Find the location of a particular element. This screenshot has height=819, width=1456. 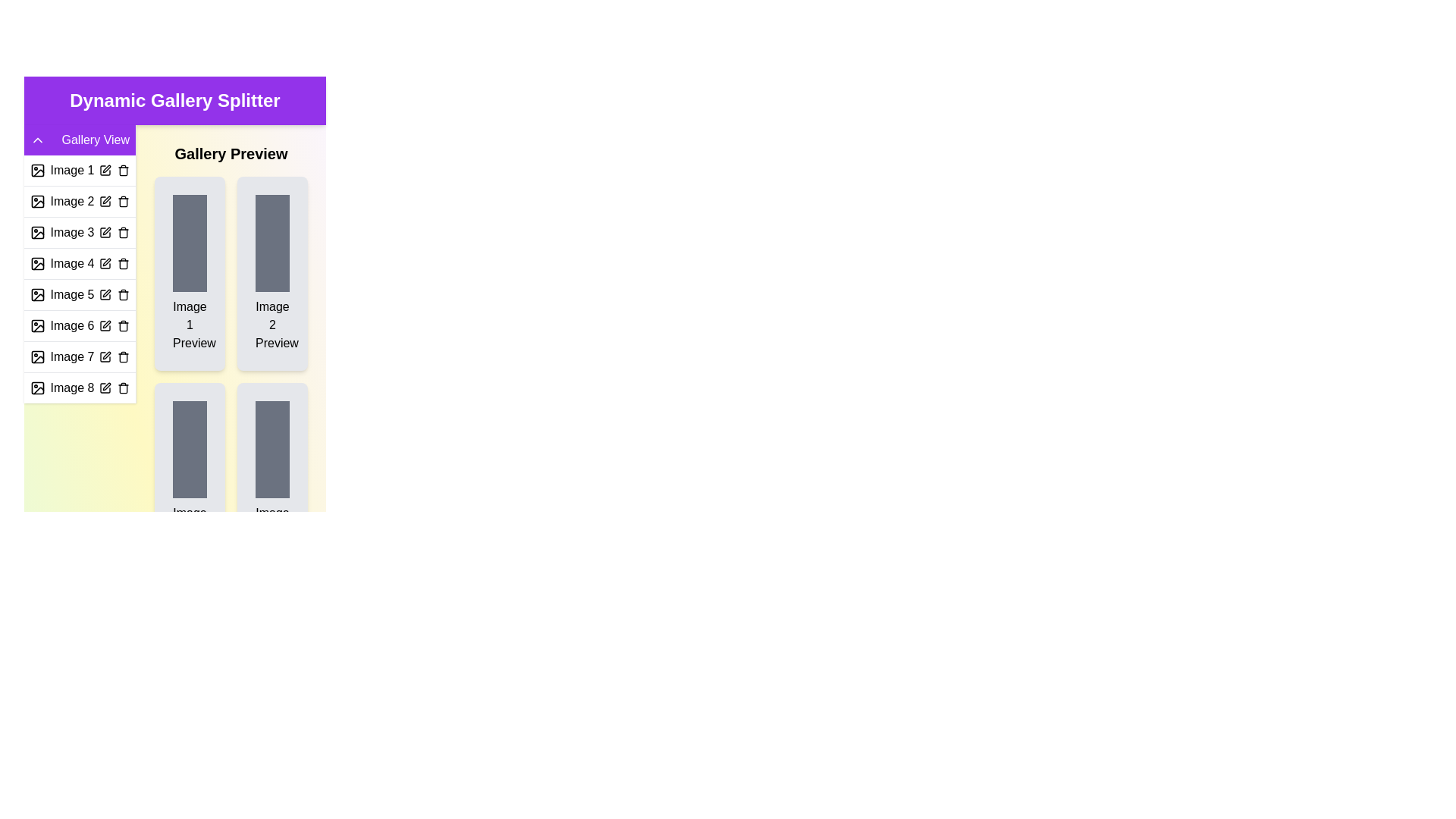

the 'Edit' button icon located next to the text label 'Image 4' in the fourth row of the image list to initiate an edit operation for the associated image item is located at coordinates (105, 262).